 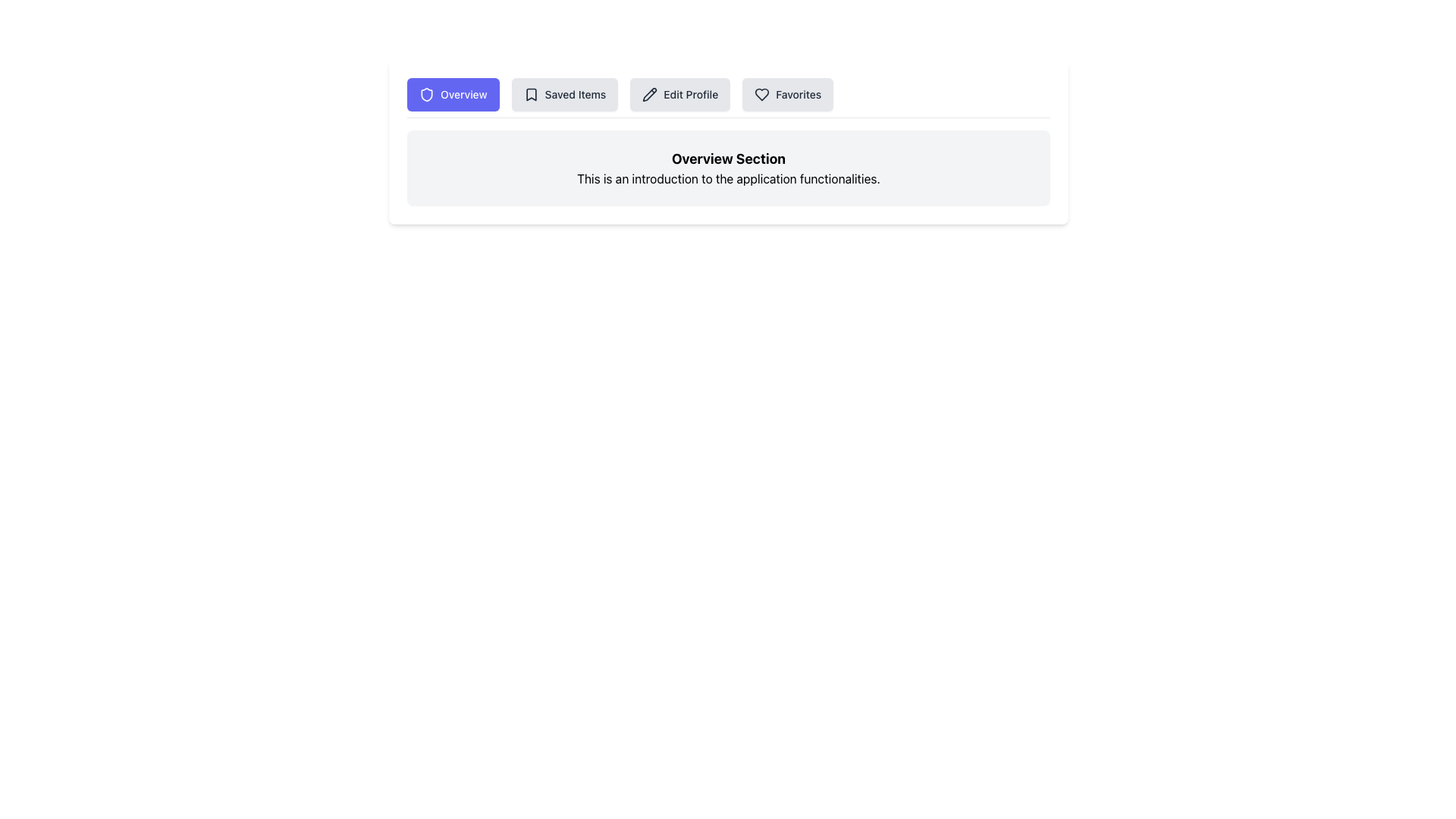 What do you see at coordinates (728, 177) in the screenshot?
I see `the text display that says 'This is an introduction to the application functionalities.' located in the Overview Section of the UI` at bounding box center [728, 177].